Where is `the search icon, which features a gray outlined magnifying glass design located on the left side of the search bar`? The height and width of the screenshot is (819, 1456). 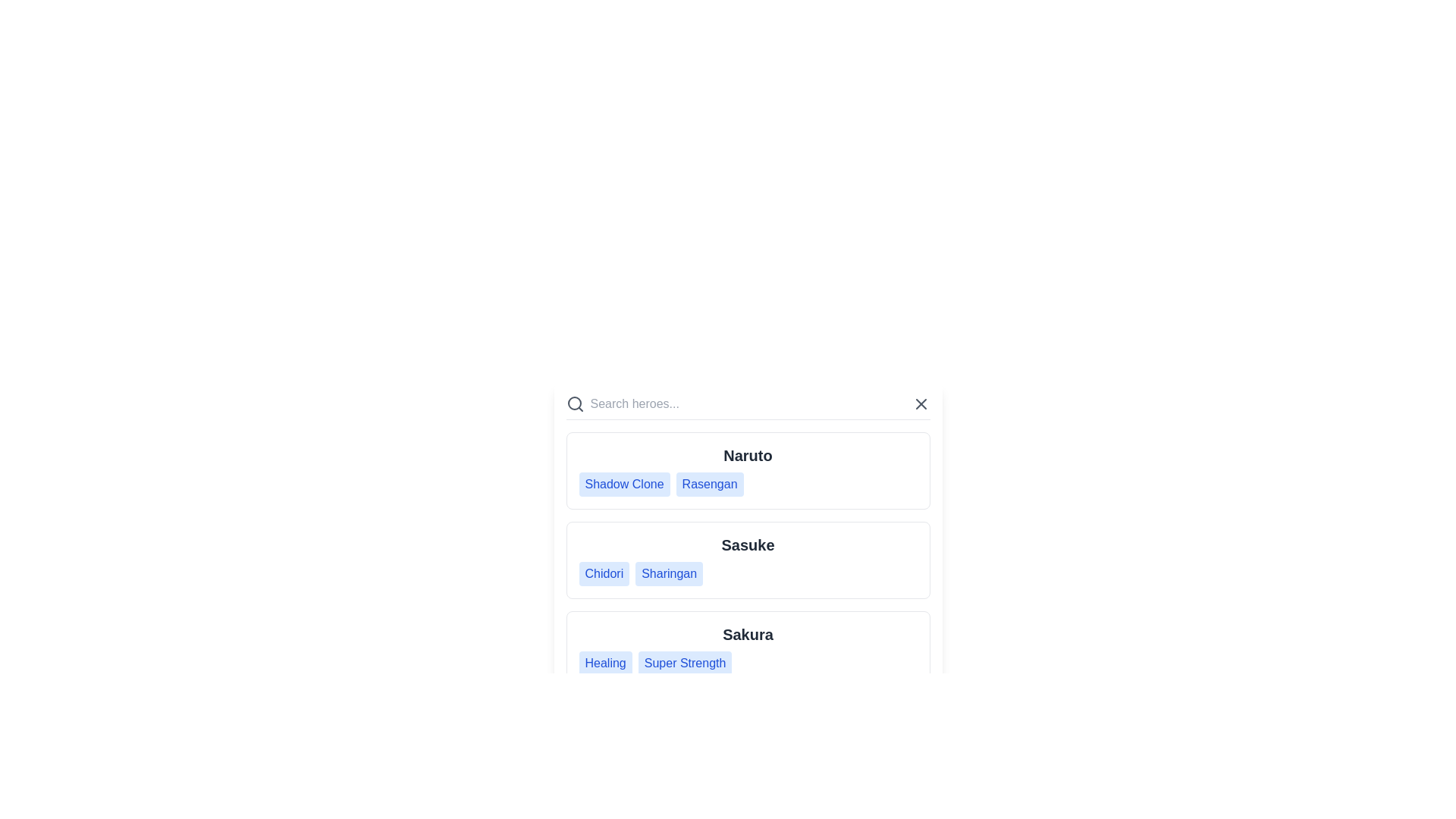
the search icon, which features a gray outlined magnifying glass design located on the left side of the search bar is located at coordinates (574, 403).